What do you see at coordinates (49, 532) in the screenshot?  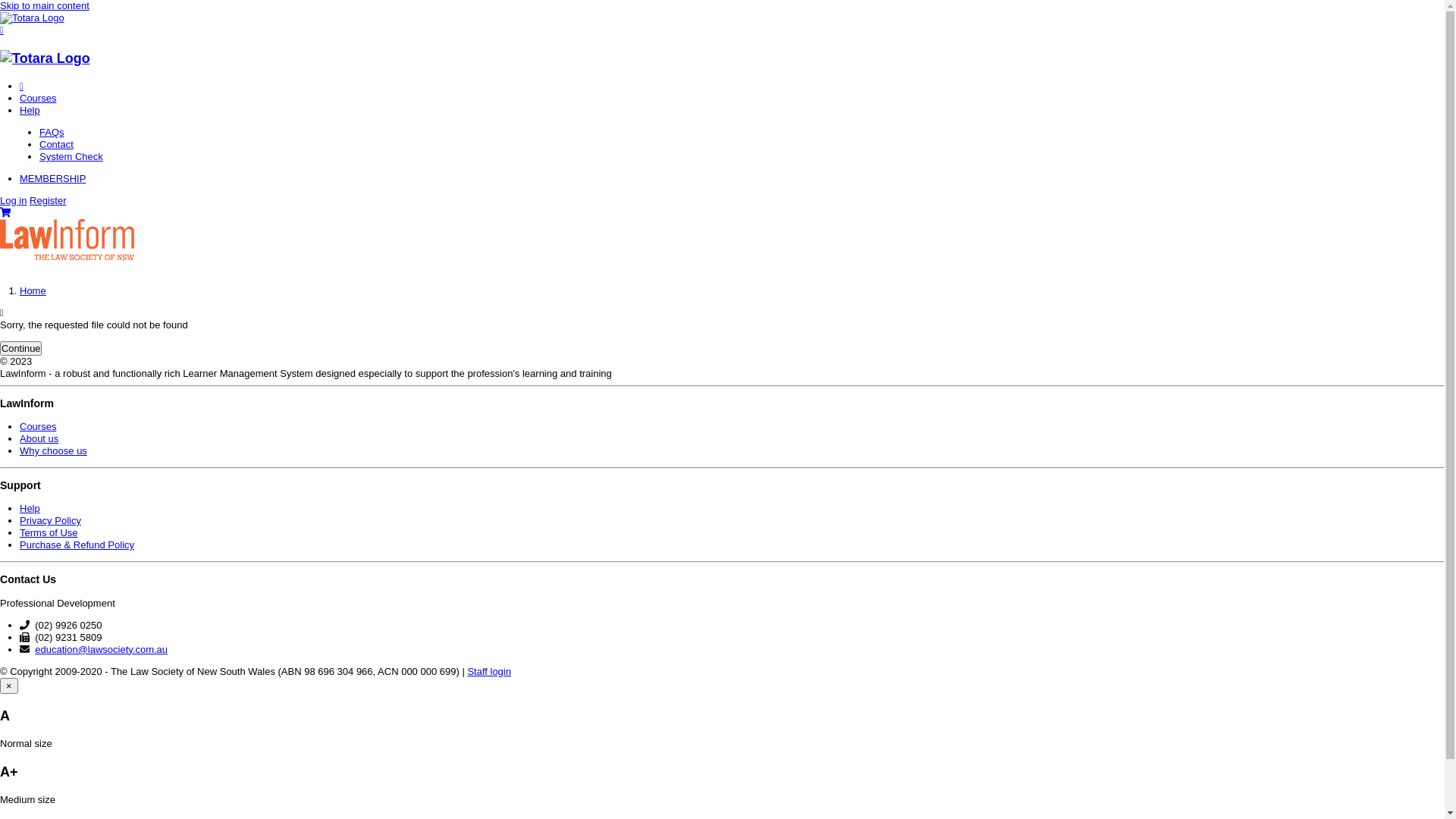 I see `'Terms of Use'` at bounding box center [49, 532].